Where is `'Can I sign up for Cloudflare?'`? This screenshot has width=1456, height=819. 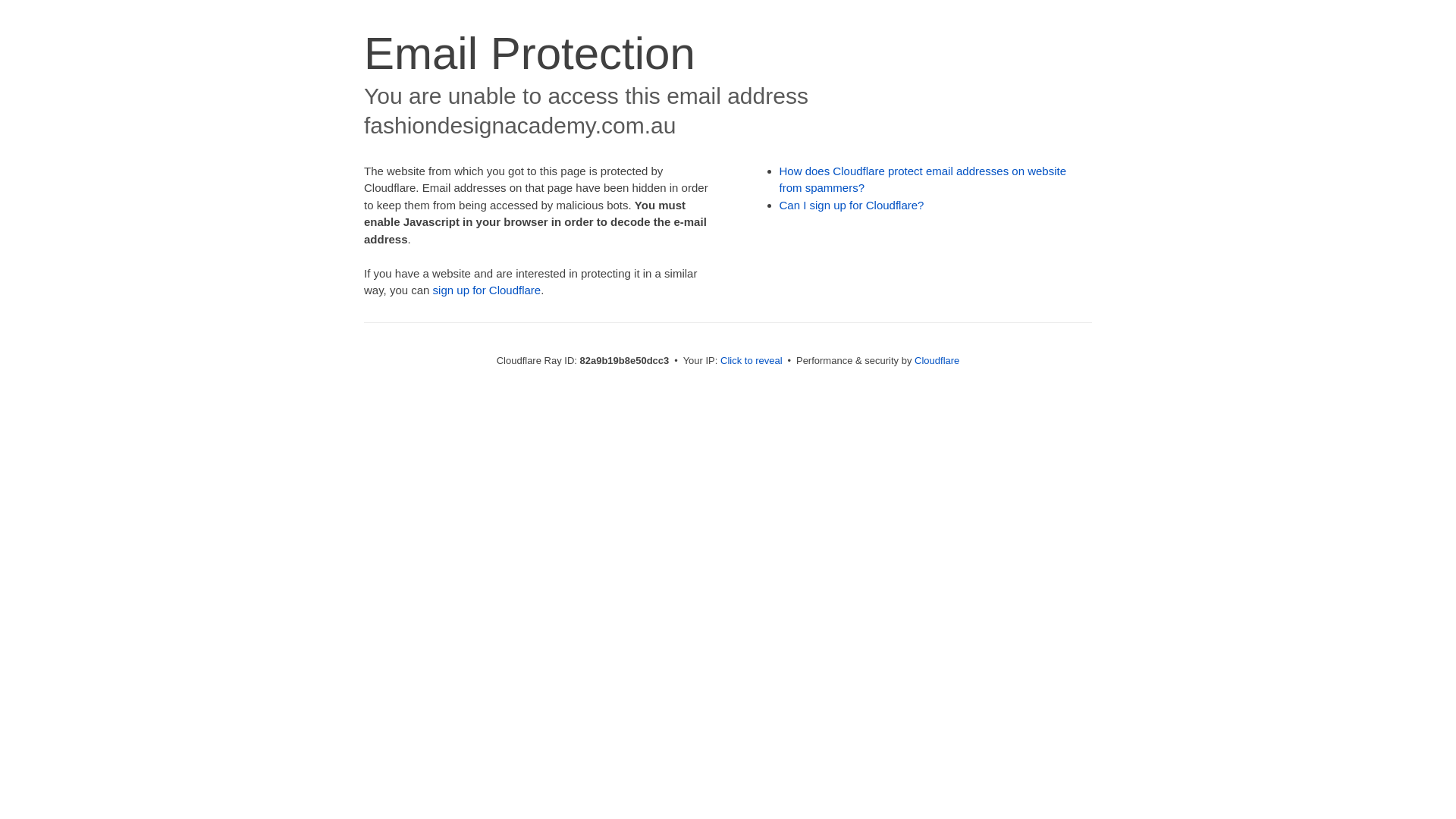
'Can I sign up for Cloudflare?' is located at coordinates (852, 205).